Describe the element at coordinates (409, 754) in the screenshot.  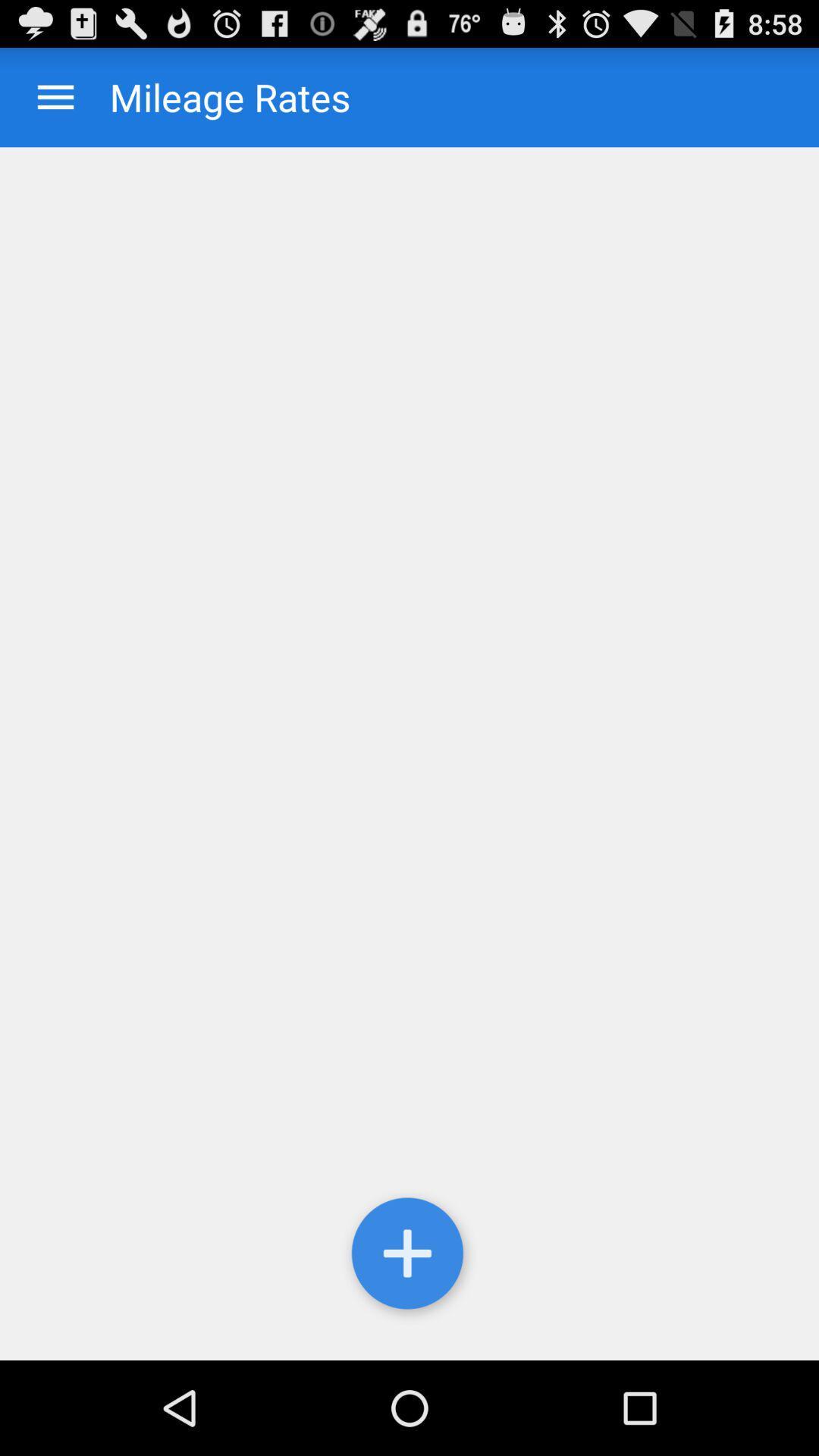
I see `the item at the center` at that location.